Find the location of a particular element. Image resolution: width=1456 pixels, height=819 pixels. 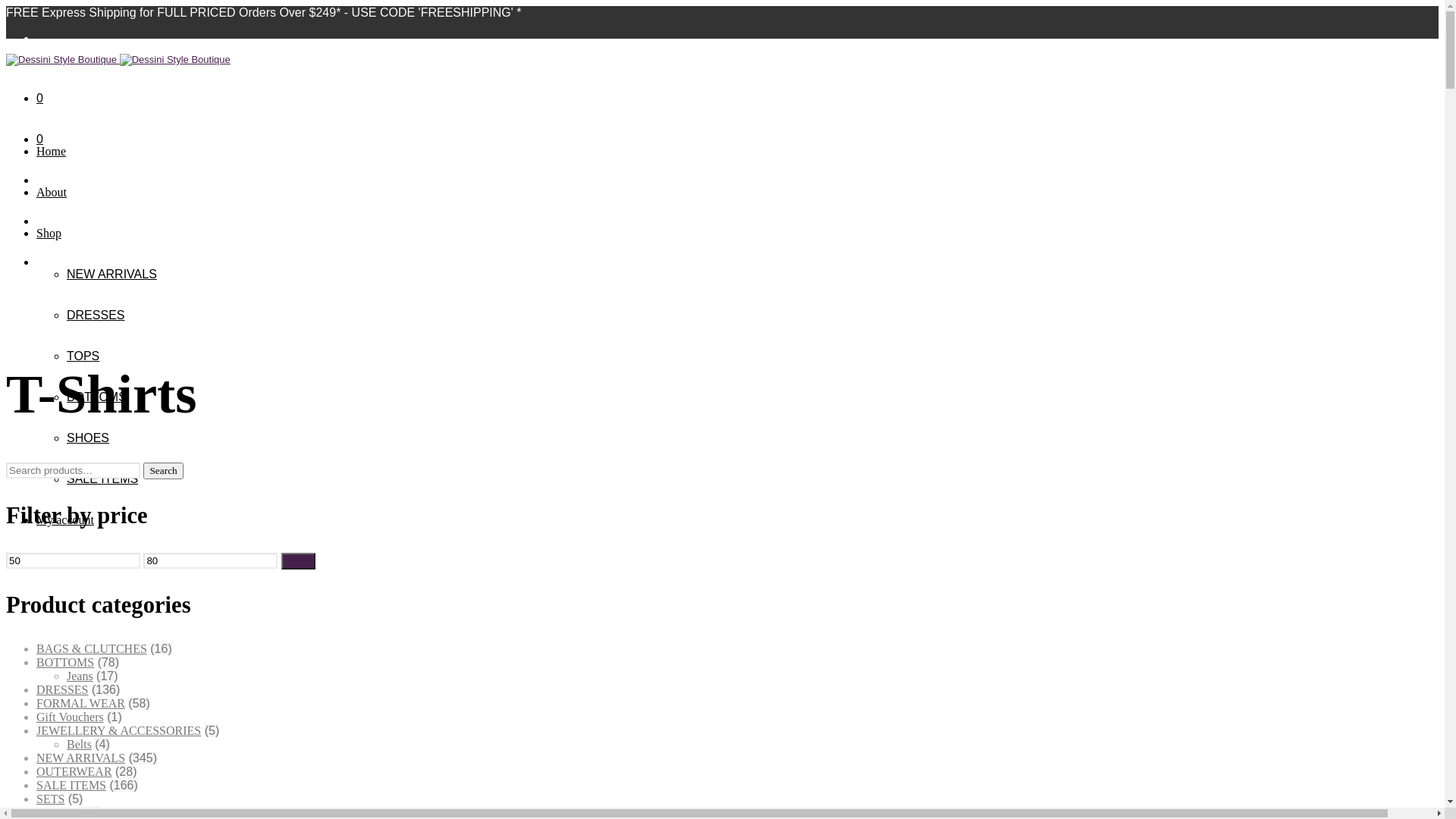

'FORMAL WEAR' is located at coordinates (80, 703).